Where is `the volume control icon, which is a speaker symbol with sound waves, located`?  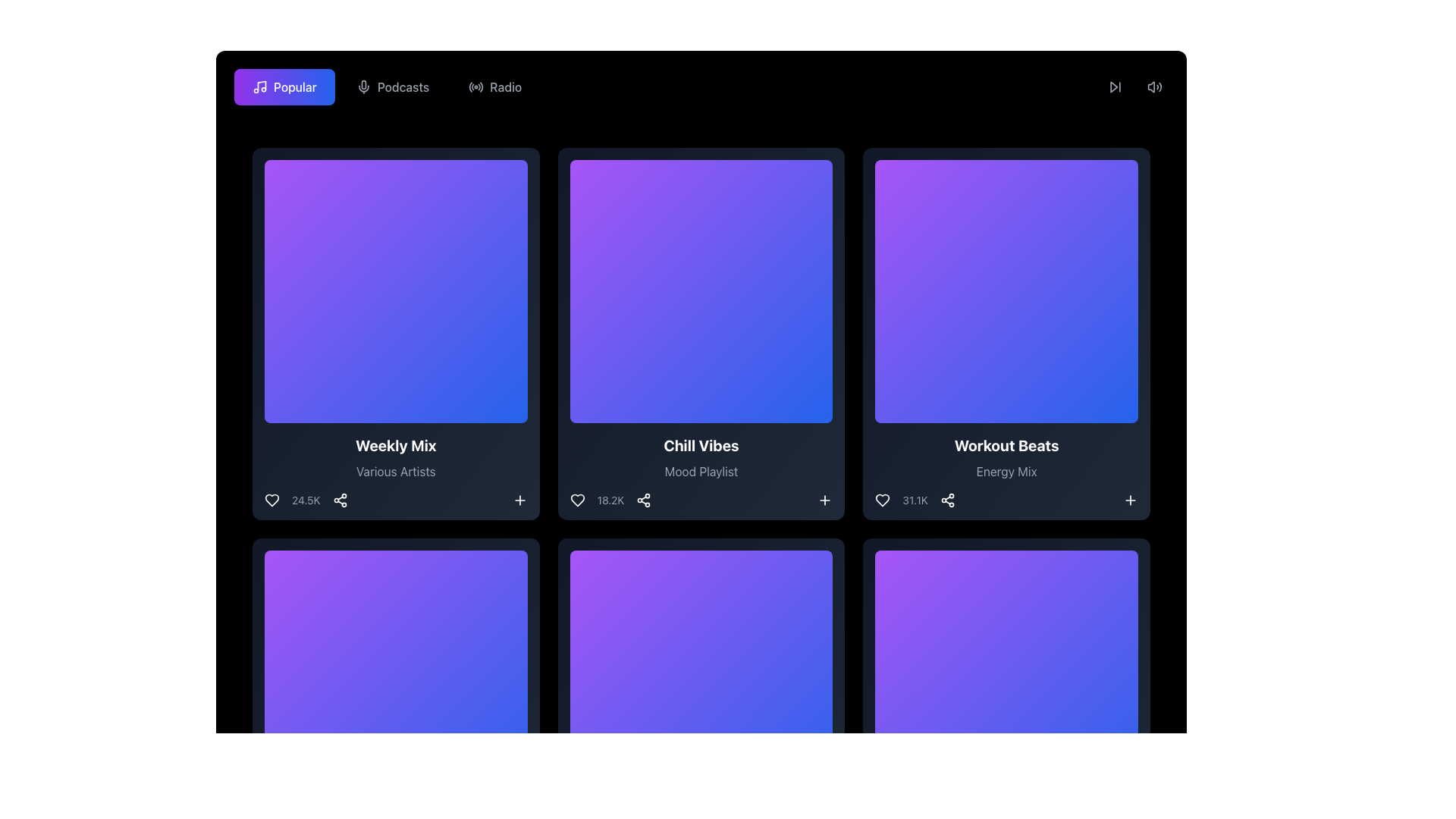
the volume control icon, which is a speaker symbol with sound waves, located is located at coordinates (1153, 87).